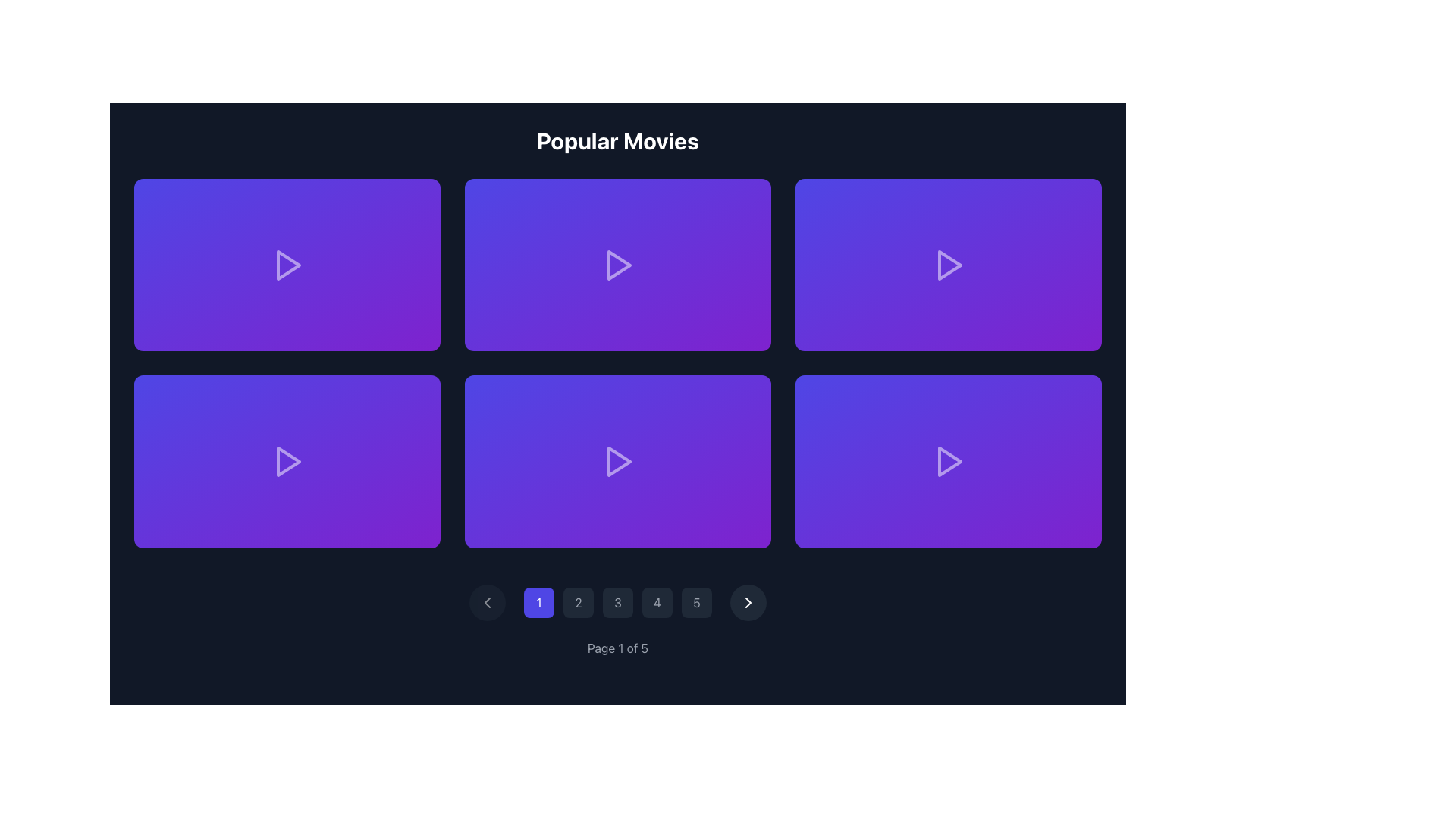 The height and width of the screenshot is (819, 1456). I want to click on the movie thumbnail card with a play icon located in the lower right corner of the 'Popular Movies' section to play the video, so click(948, 460).